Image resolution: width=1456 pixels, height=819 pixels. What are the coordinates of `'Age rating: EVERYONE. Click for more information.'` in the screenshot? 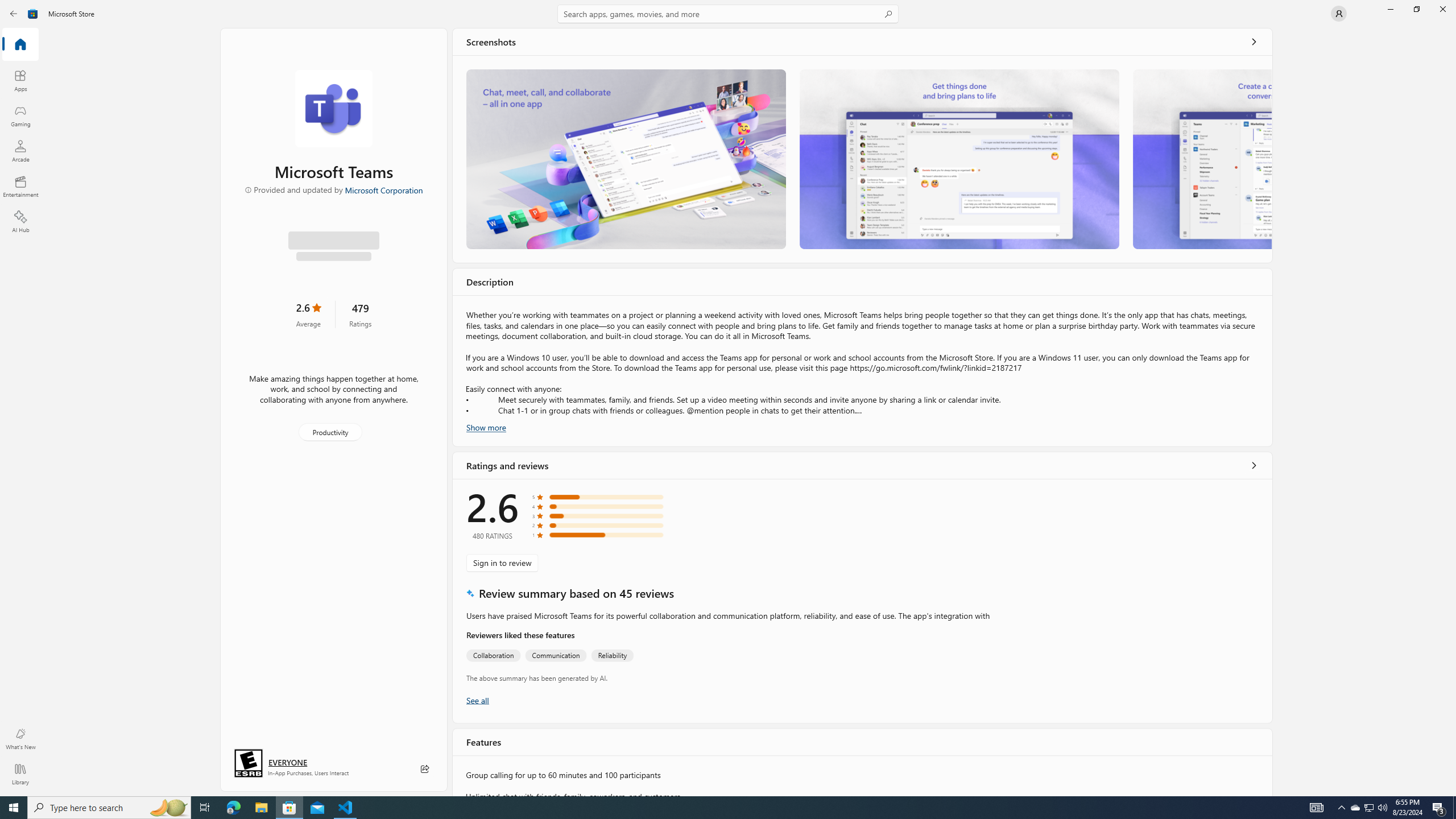 It's located at (287, 762).